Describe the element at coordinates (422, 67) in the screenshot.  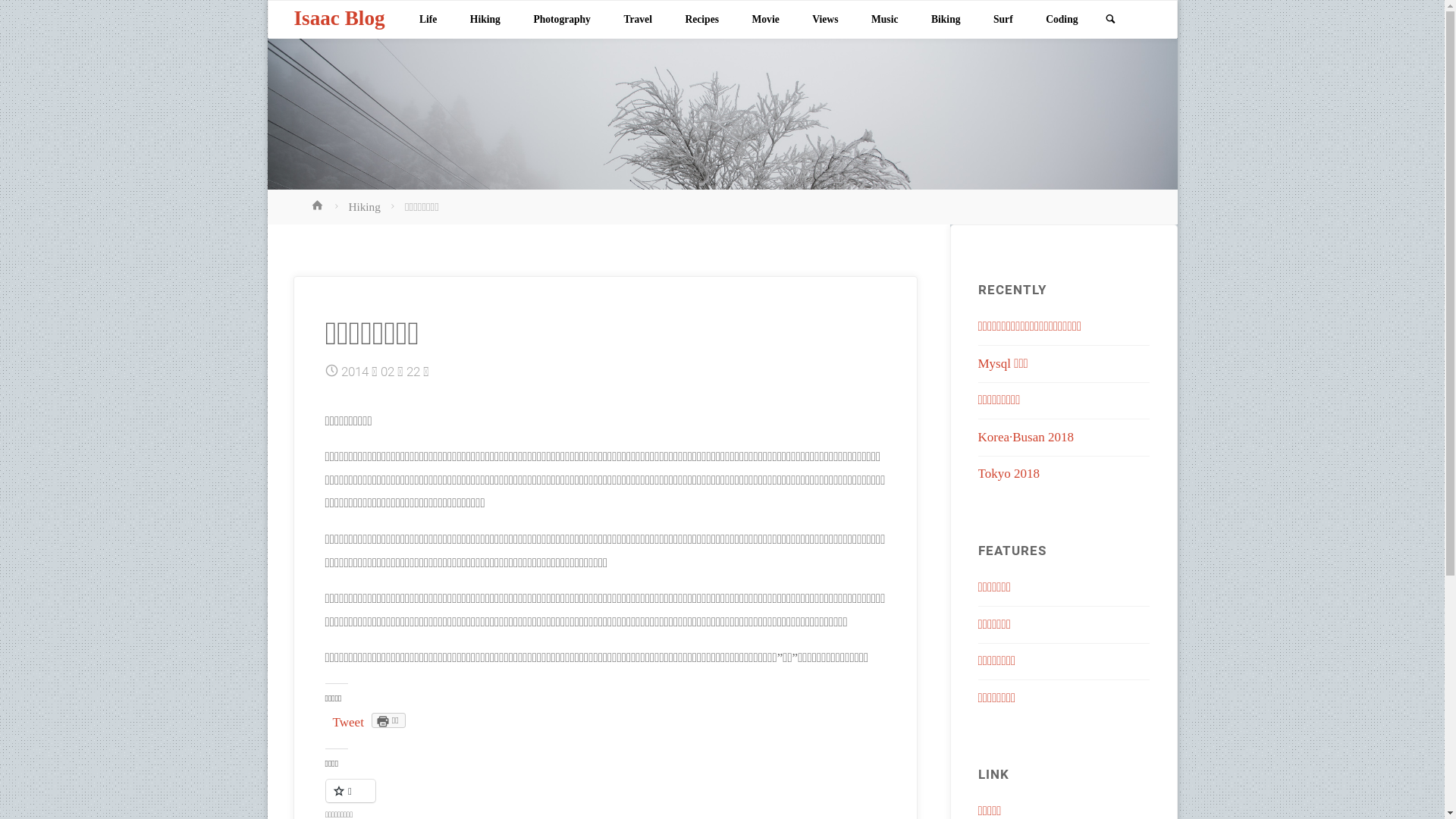
I see `'Skip to content'` at that location.